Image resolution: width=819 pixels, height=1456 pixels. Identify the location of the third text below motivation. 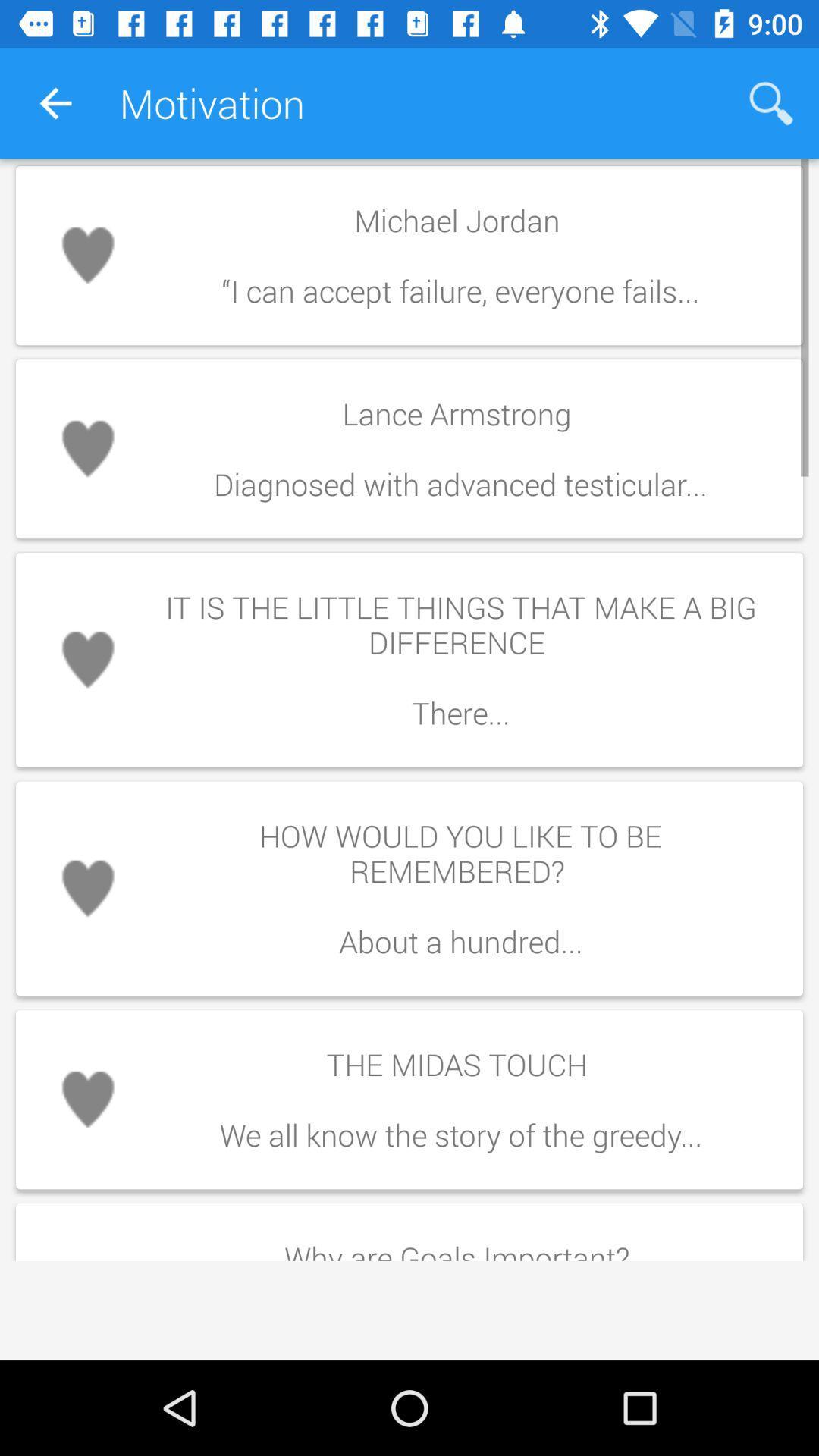
(409, 660).